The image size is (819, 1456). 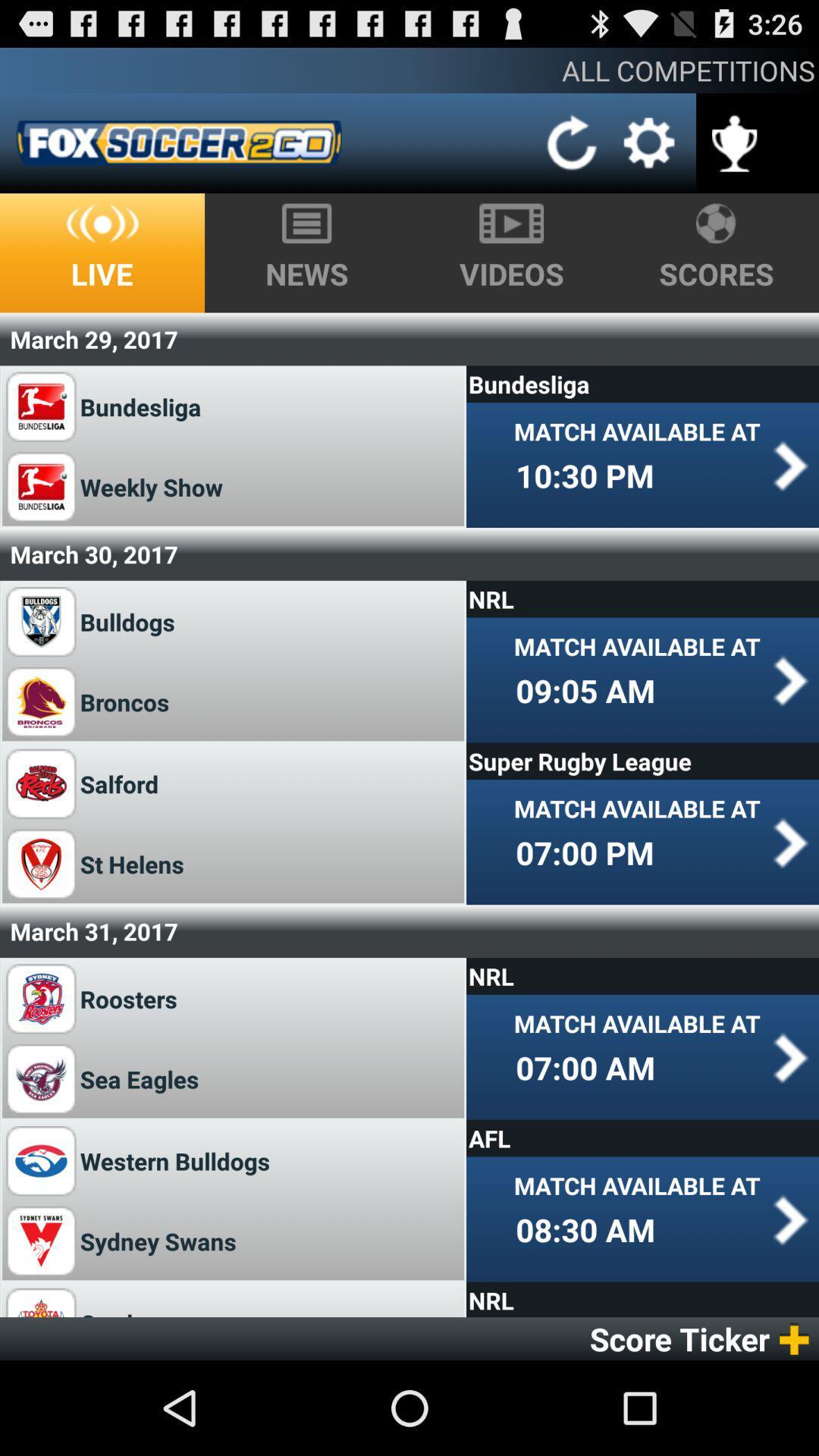 I want to click on the sydney swans app, so click(x=158, y=1241).